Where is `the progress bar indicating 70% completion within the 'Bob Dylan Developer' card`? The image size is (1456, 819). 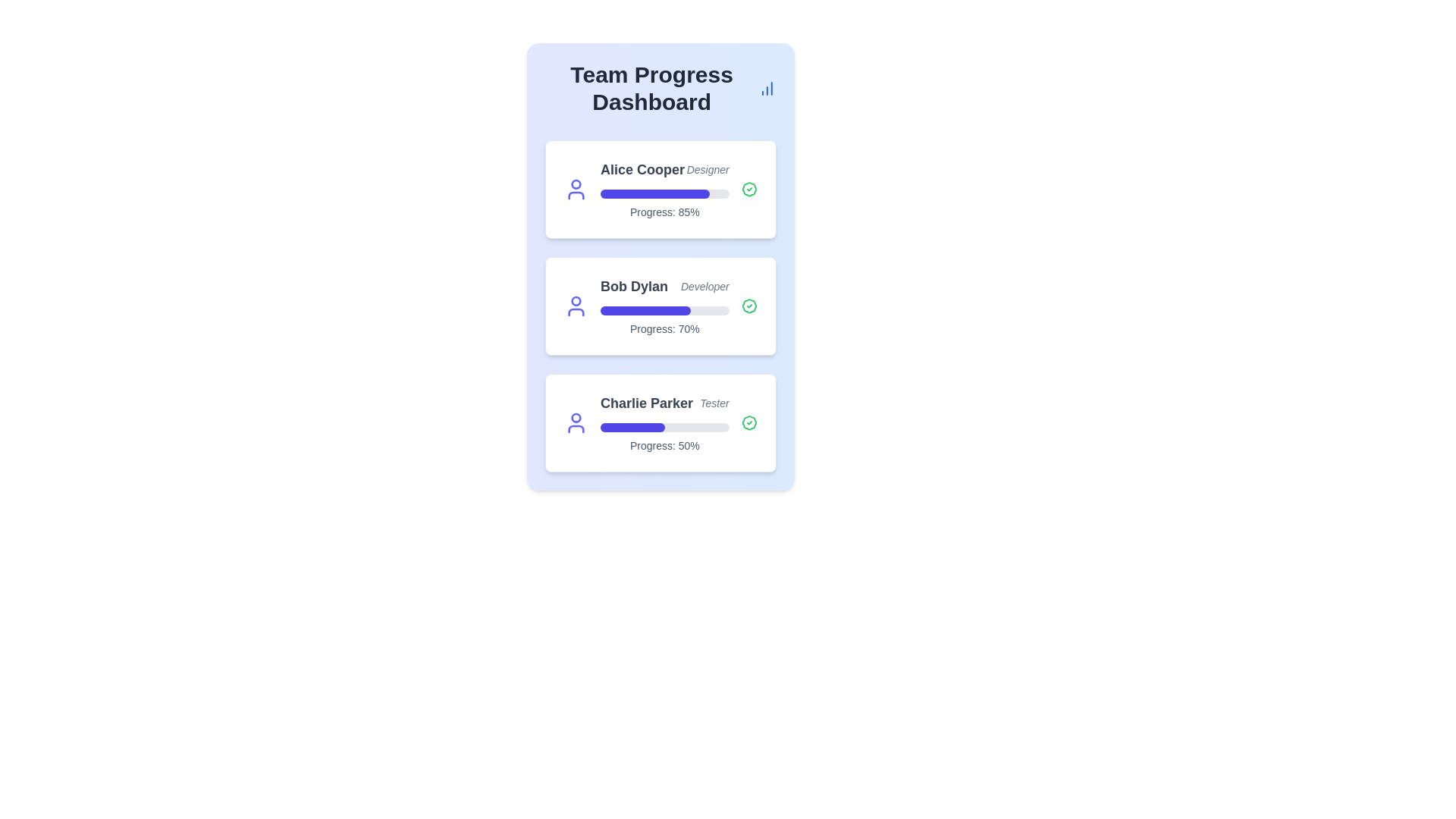 the progress bar indicating 70% completion within the 'Bob Dylan Developer' card is located at coordinates (664, 309).